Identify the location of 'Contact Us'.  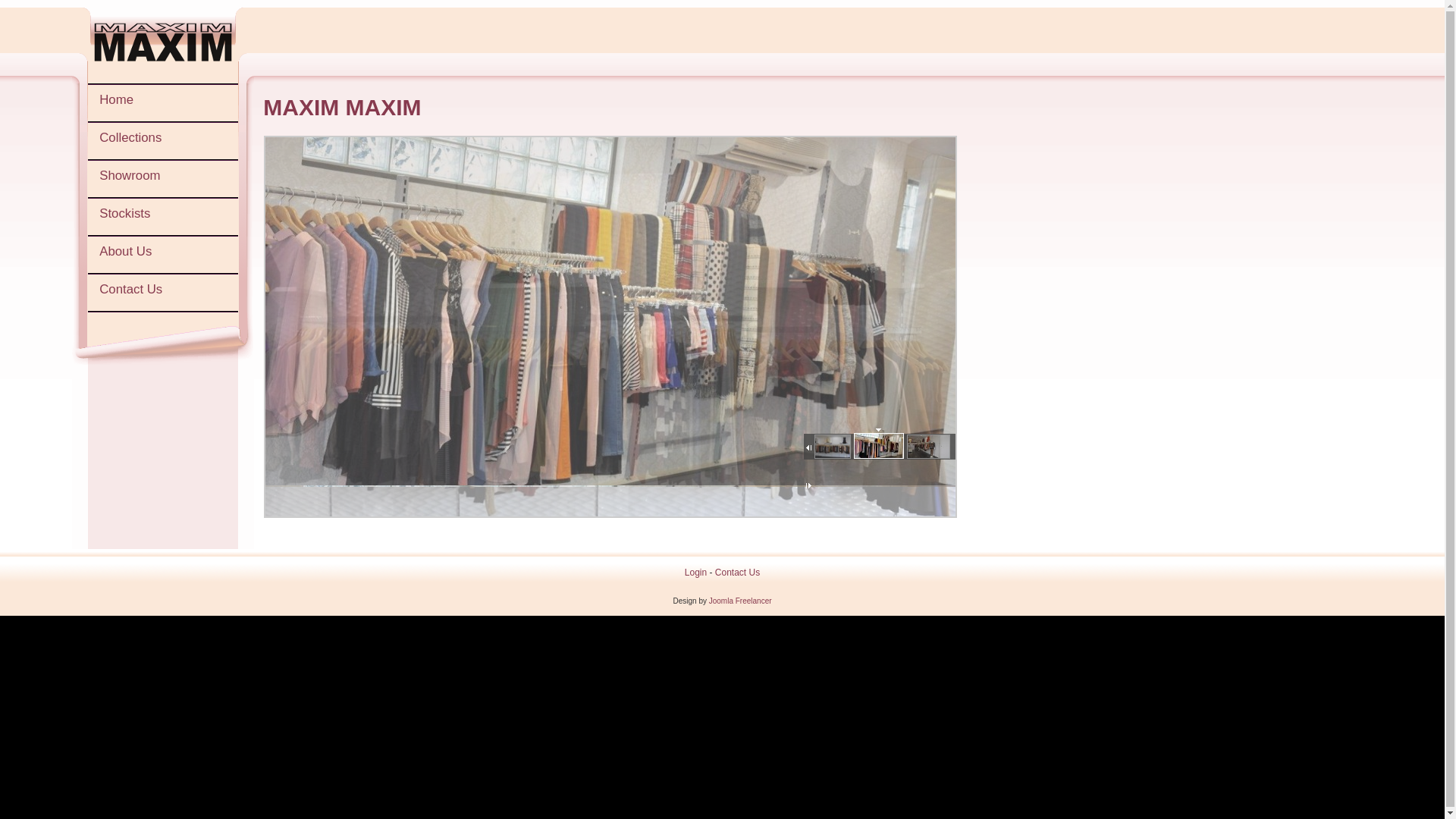
(737, 573).